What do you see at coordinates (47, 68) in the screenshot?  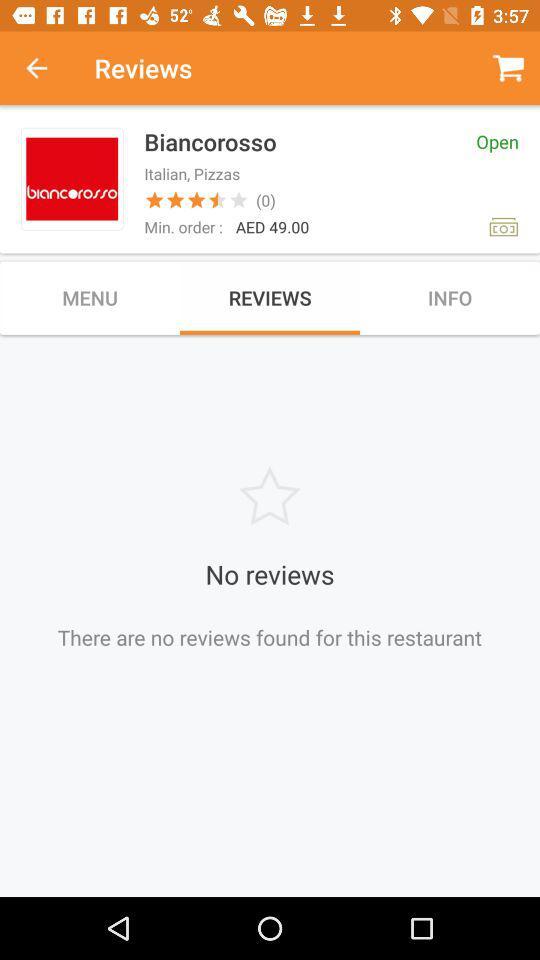 I see `go back` at bounding box center [47, 68].